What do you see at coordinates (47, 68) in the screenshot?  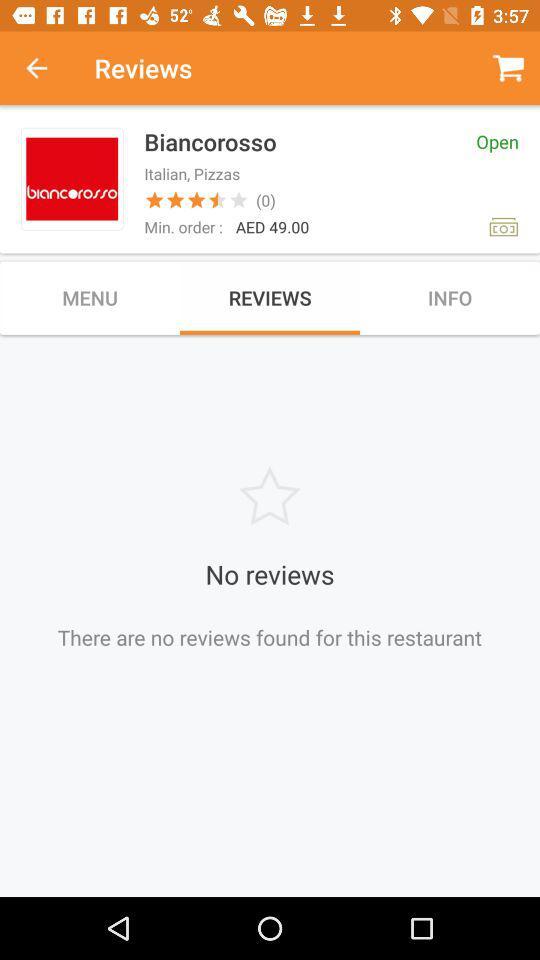 I see `go back` at bounding box center [47, 68].